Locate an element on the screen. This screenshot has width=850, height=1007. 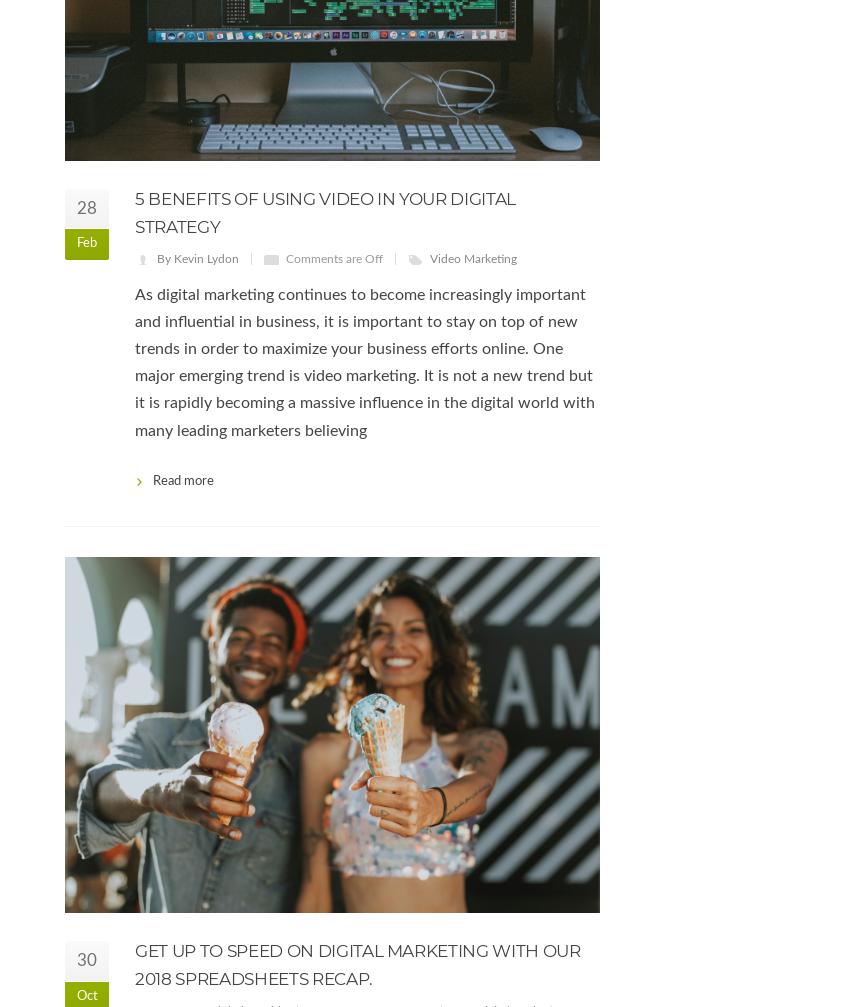
'Read more' is located at coordinates (153, 480).